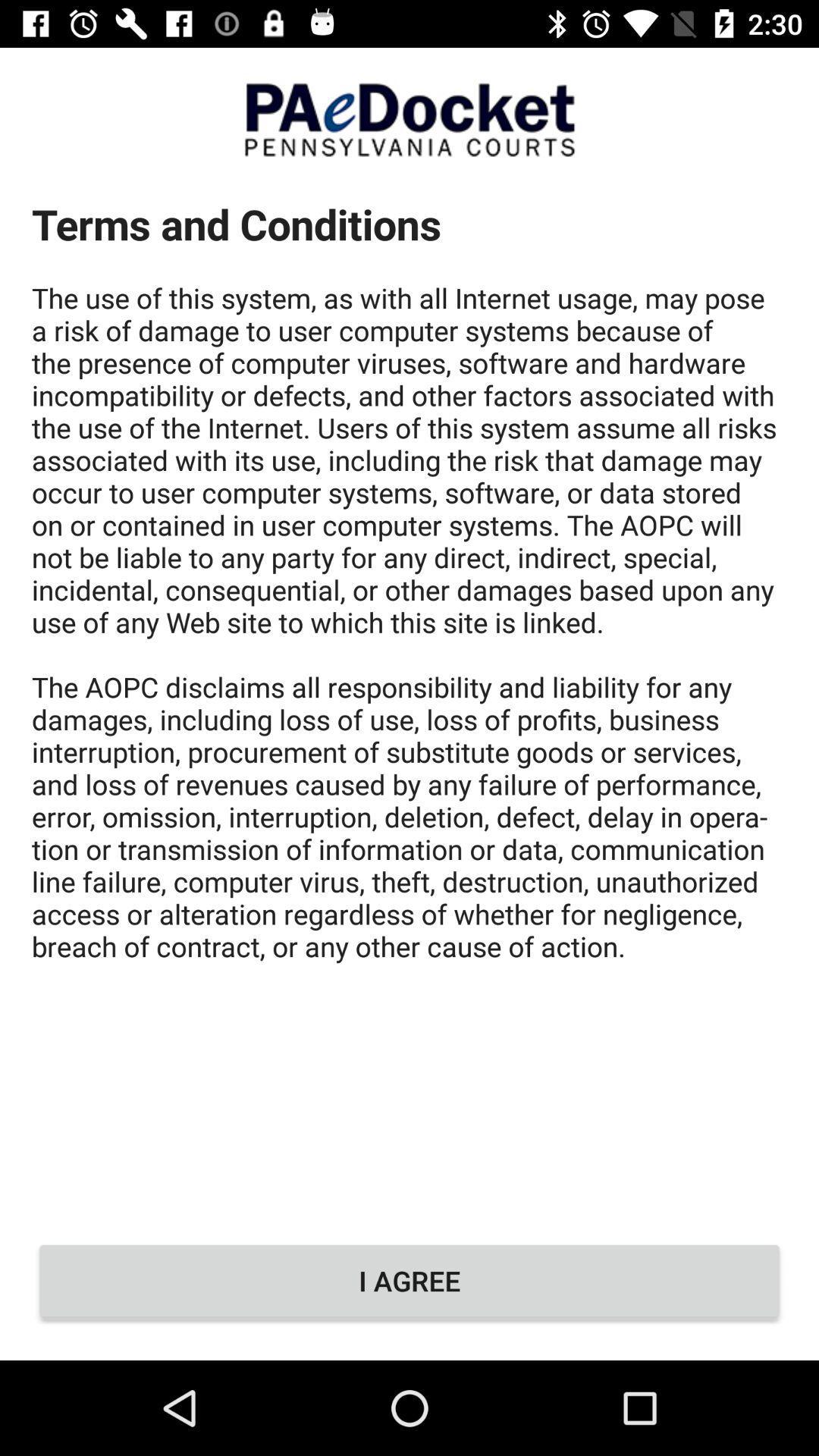  Describe the element at coordinates (409, 695) in the screenshot. I see `the terms and conditions icon` at that location.